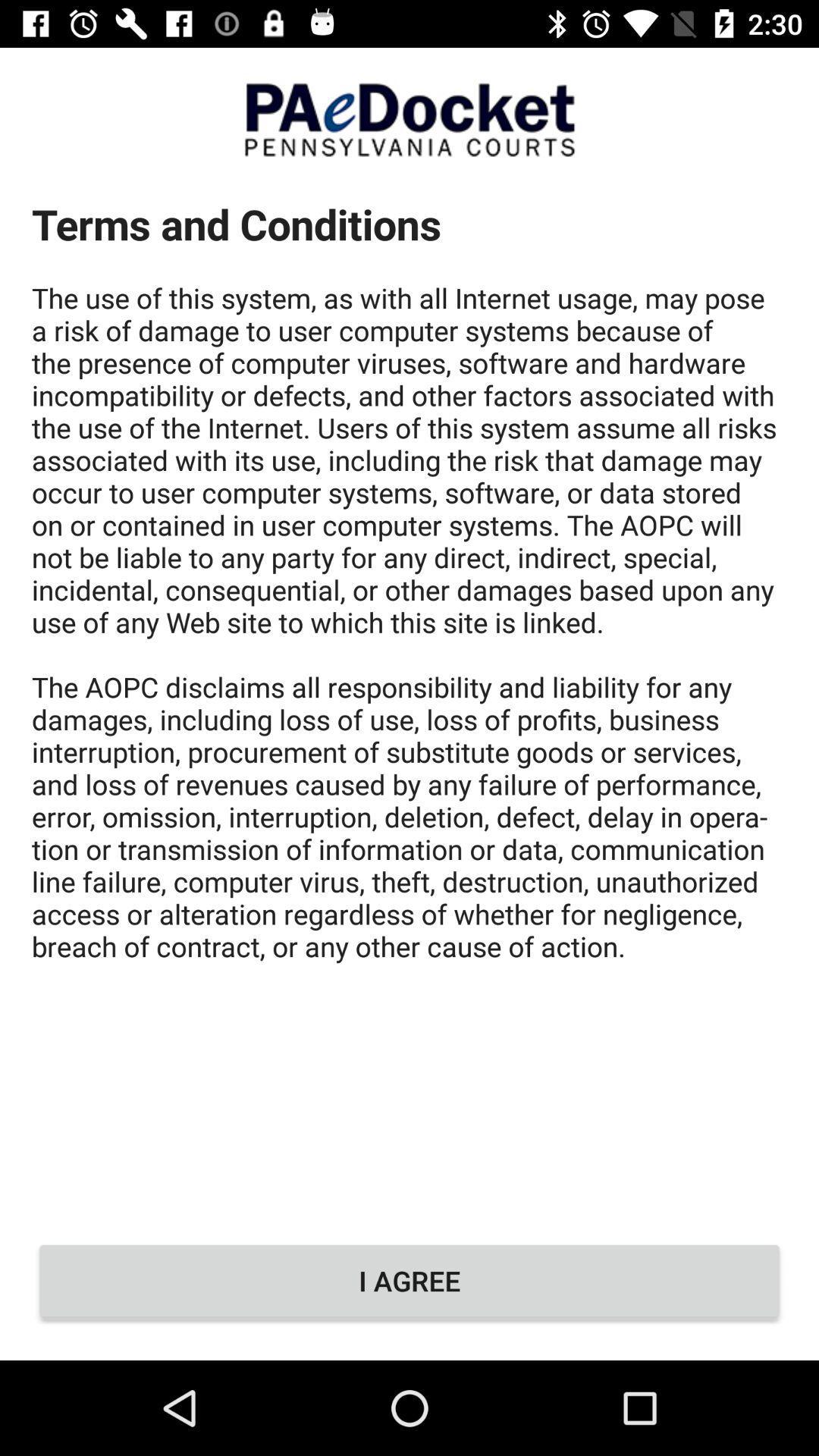  Describe the element at coordinates (409, 695) in the screenshot. I see `the terms and conditions icon` at that location.